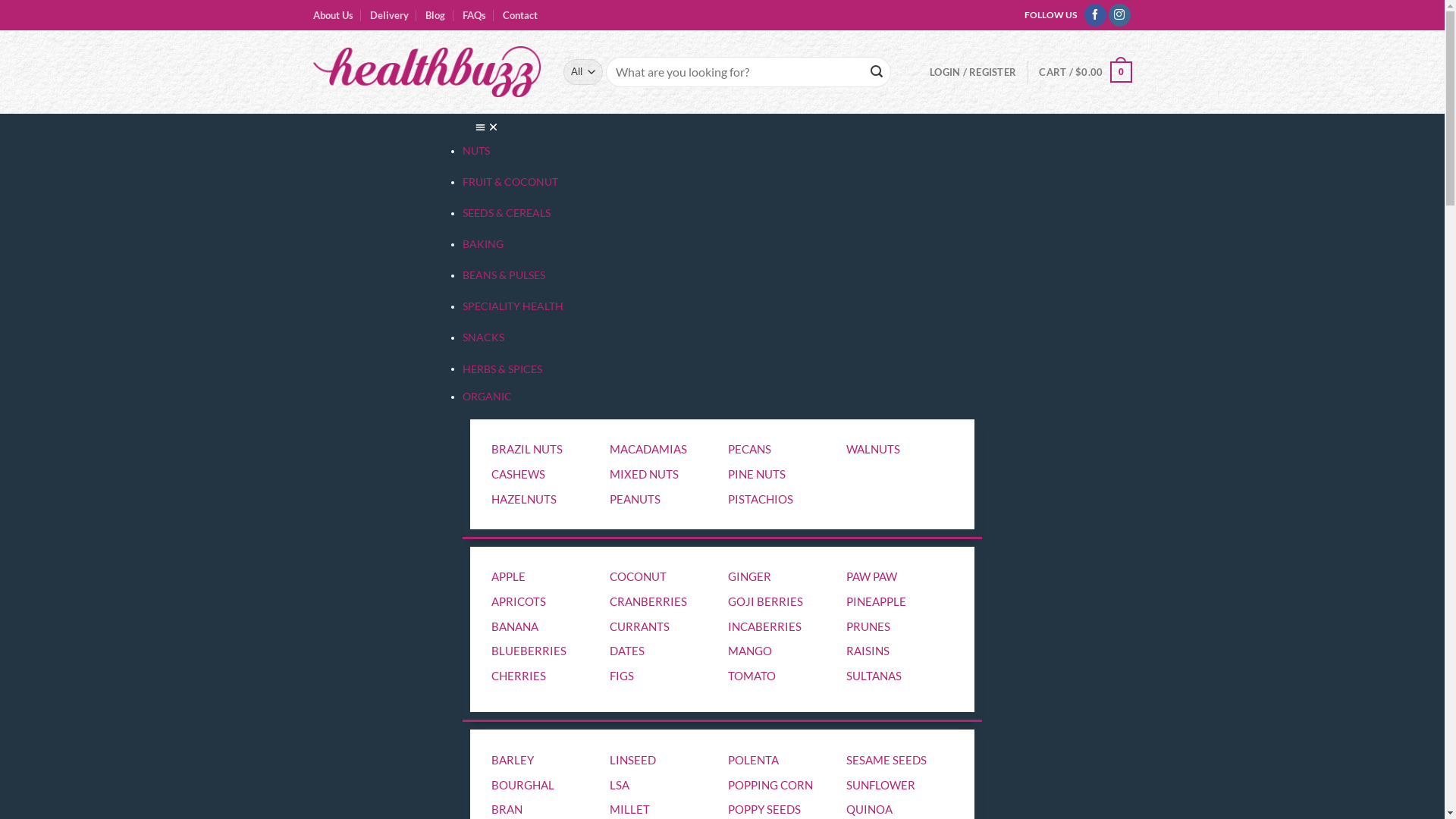 Image resolution: width=1456 pixels, height=819 pixels. I want to click on 'BRAN', so click(507, 808).